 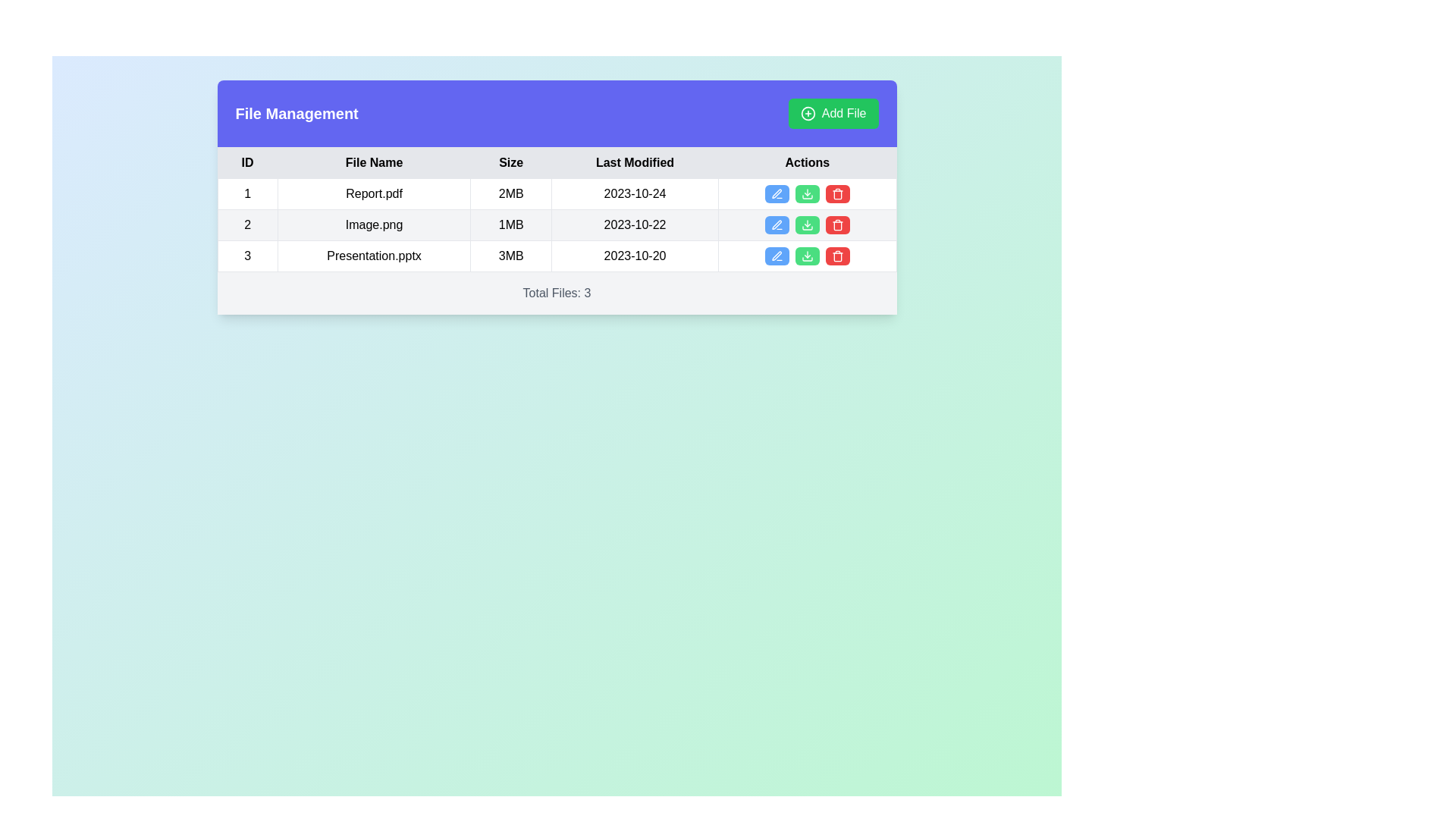 What do you see at coordinates (806, 193) in the screenshot?
I see `the green button with a white download icon located in the Actions column of the File Management interface for the file named 'Report.pdf'` at bounding box center [806, 193].